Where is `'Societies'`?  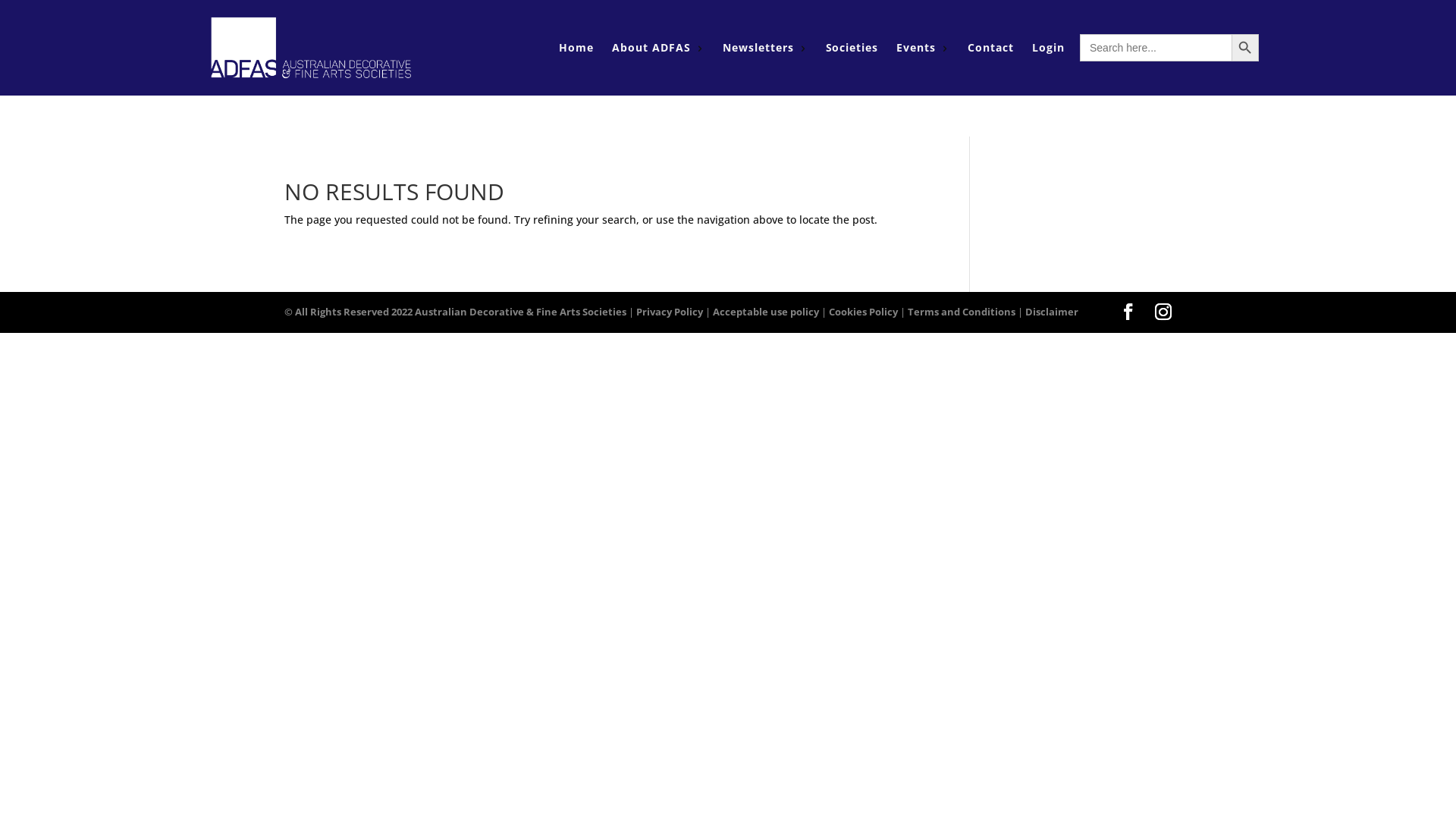 'Societies' is located at coordinates (852, 46).